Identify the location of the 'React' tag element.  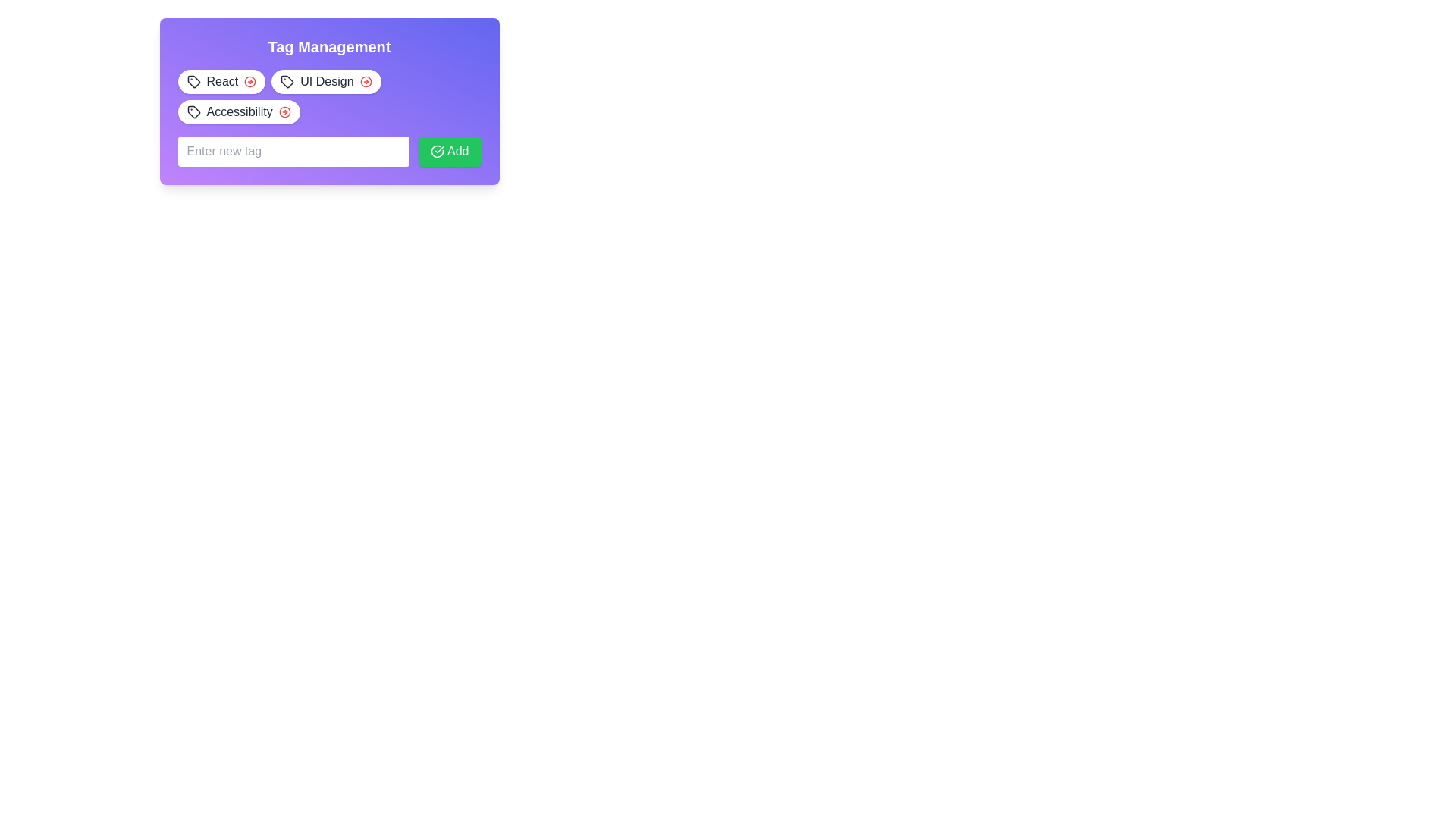
(221, 82).